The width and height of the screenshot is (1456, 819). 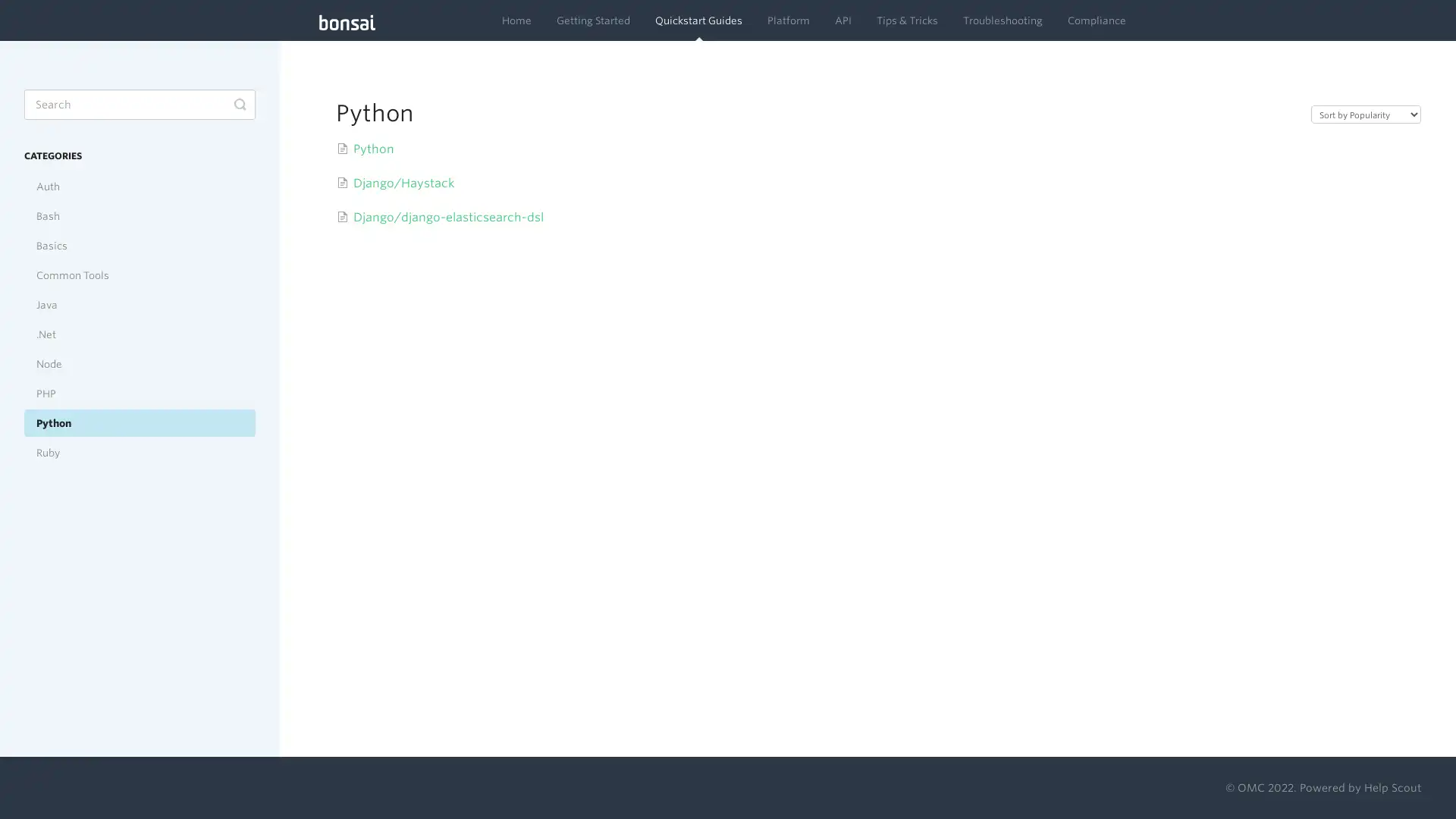 What do you see at coordinates (239, 104) in the screenshot?
I see `Toggle Search` at bounding box center [239, 104].